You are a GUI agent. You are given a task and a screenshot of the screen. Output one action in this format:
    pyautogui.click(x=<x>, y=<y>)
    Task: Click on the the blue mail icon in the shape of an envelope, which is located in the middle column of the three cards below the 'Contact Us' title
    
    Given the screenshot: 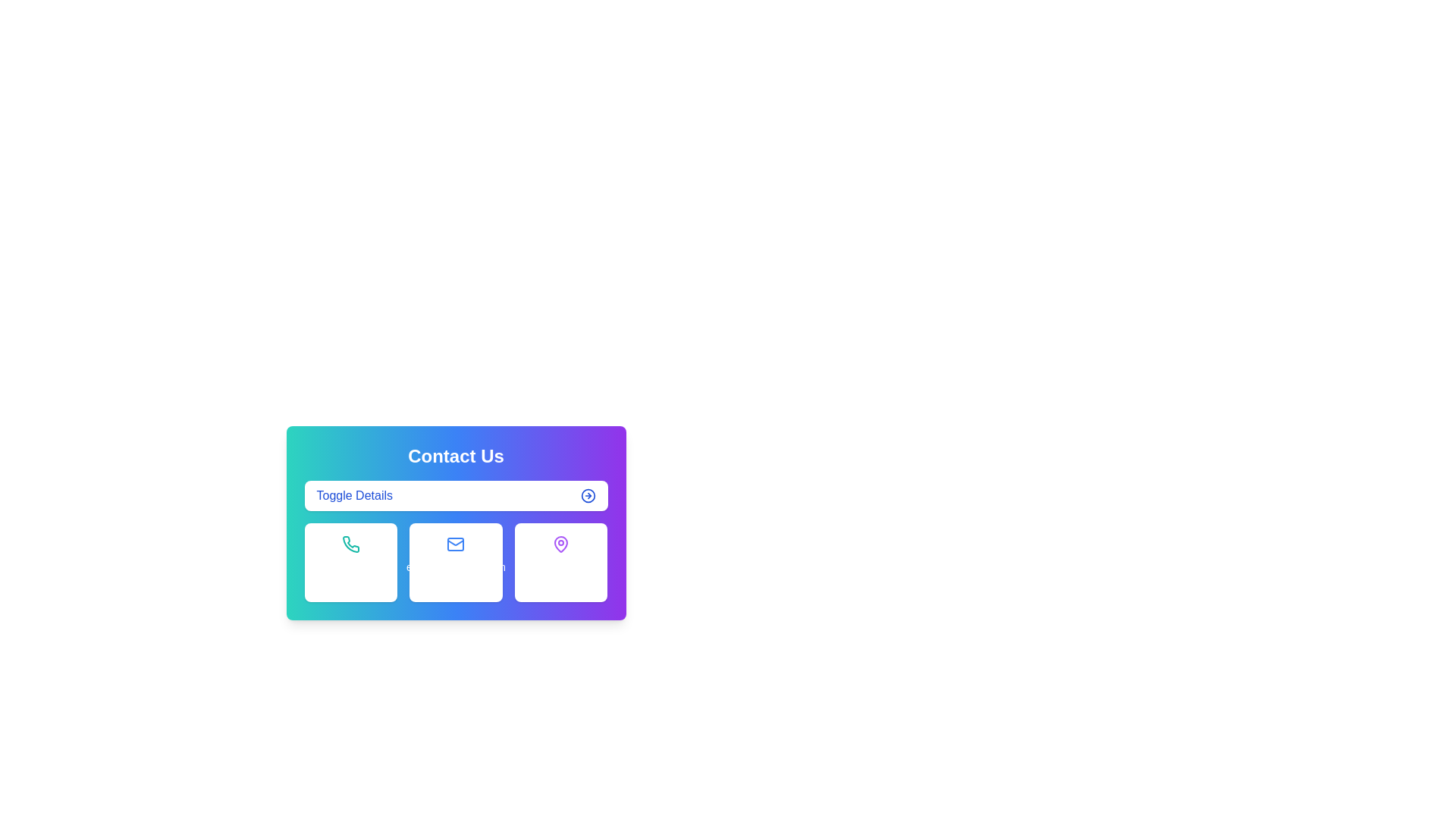 What is the action you would take?
    pyautogui.click(x=455, y=543)
    